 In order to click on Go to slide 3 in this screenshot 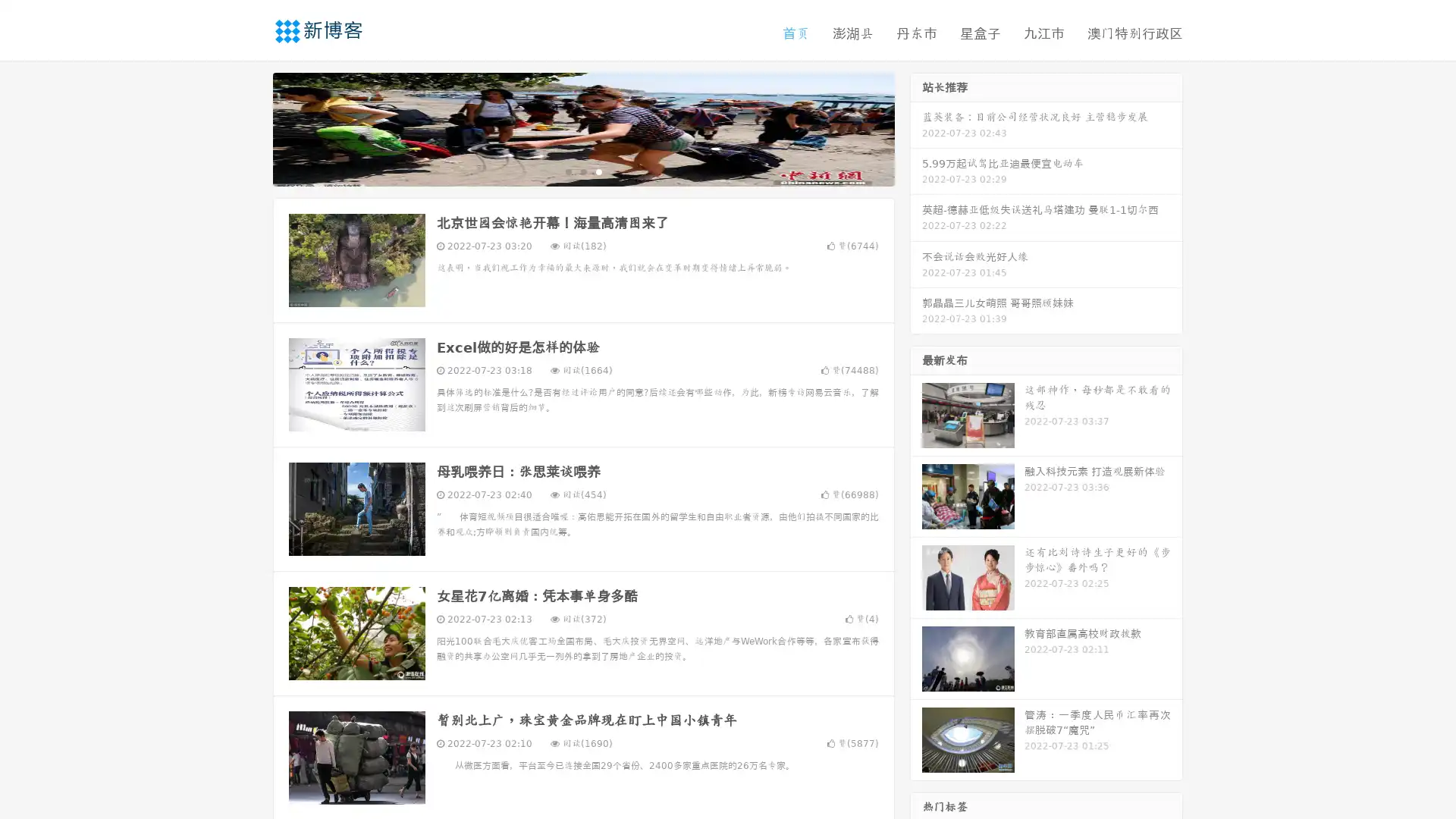, I will do `click(598, 171)`.